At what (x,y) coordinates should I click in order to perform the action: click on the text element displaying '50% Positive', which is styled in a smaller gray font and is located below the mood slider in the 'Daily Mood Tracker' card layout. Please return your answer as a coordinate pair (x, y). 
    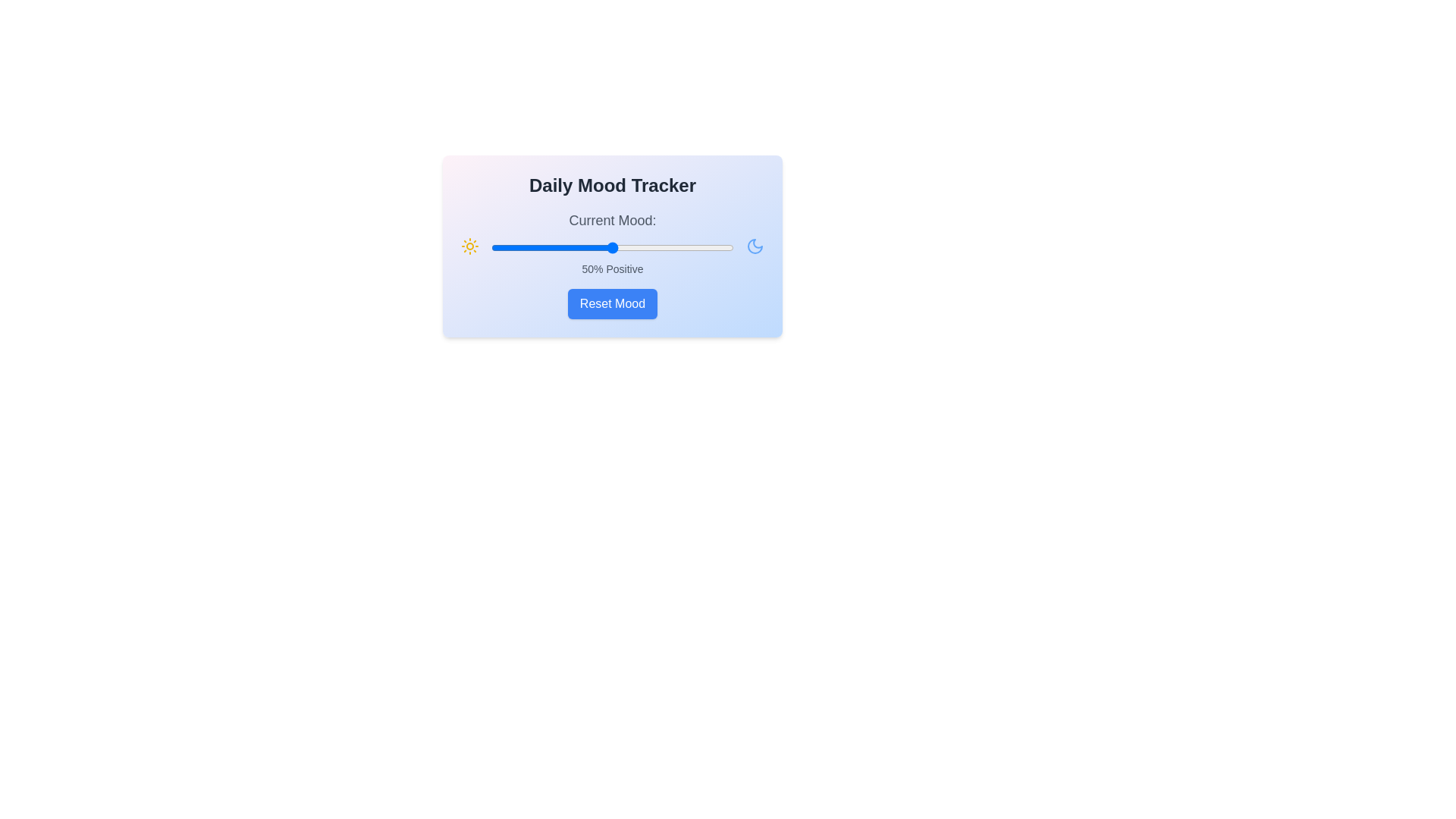
    Looking at the image, I should click on (612, 268).